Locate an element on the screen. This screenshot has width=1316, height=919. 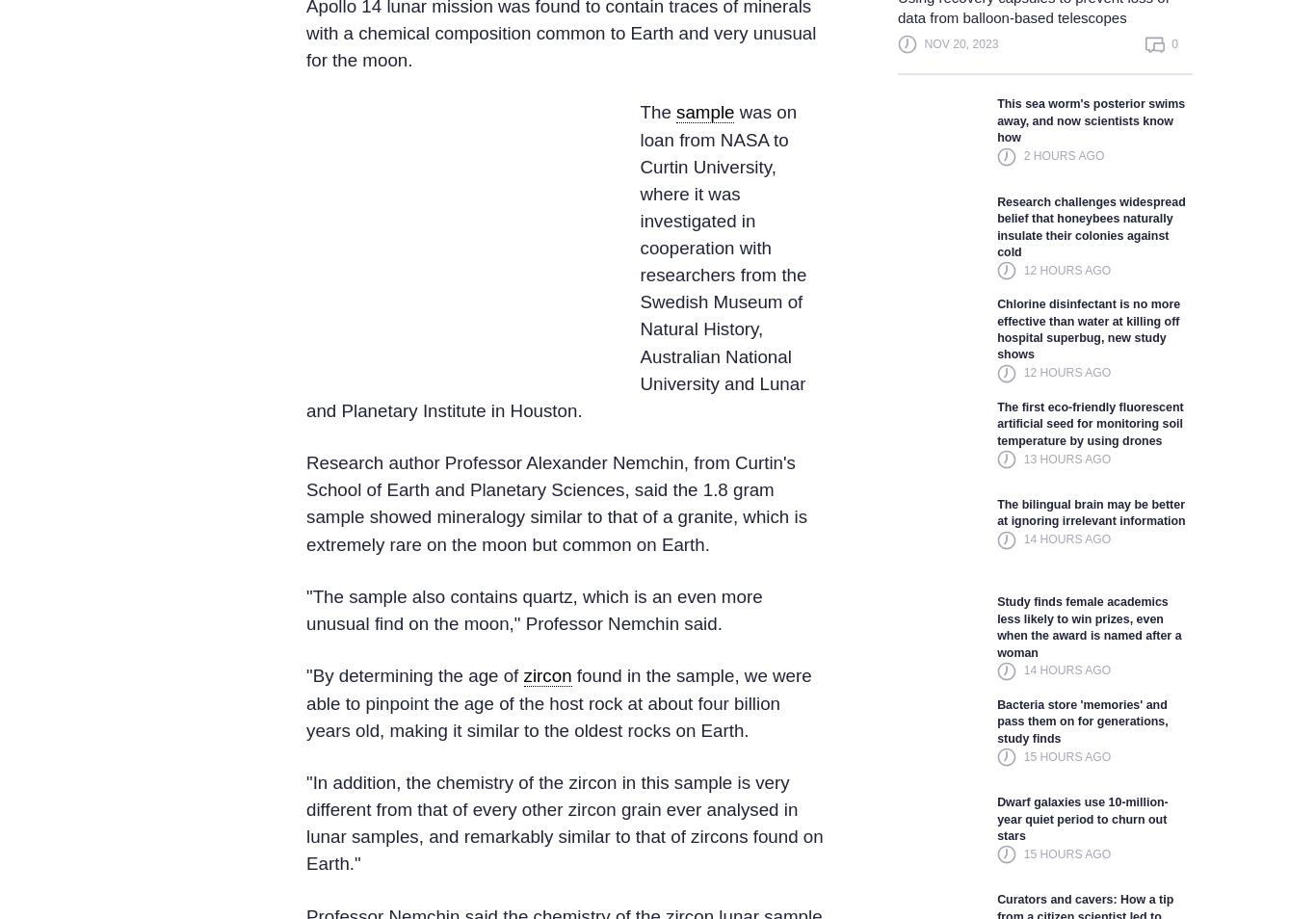
'Chlorine disinfectant is no more effective than water at killing off hospital superbug, new study shows' is located at coordinates (1087, 329).